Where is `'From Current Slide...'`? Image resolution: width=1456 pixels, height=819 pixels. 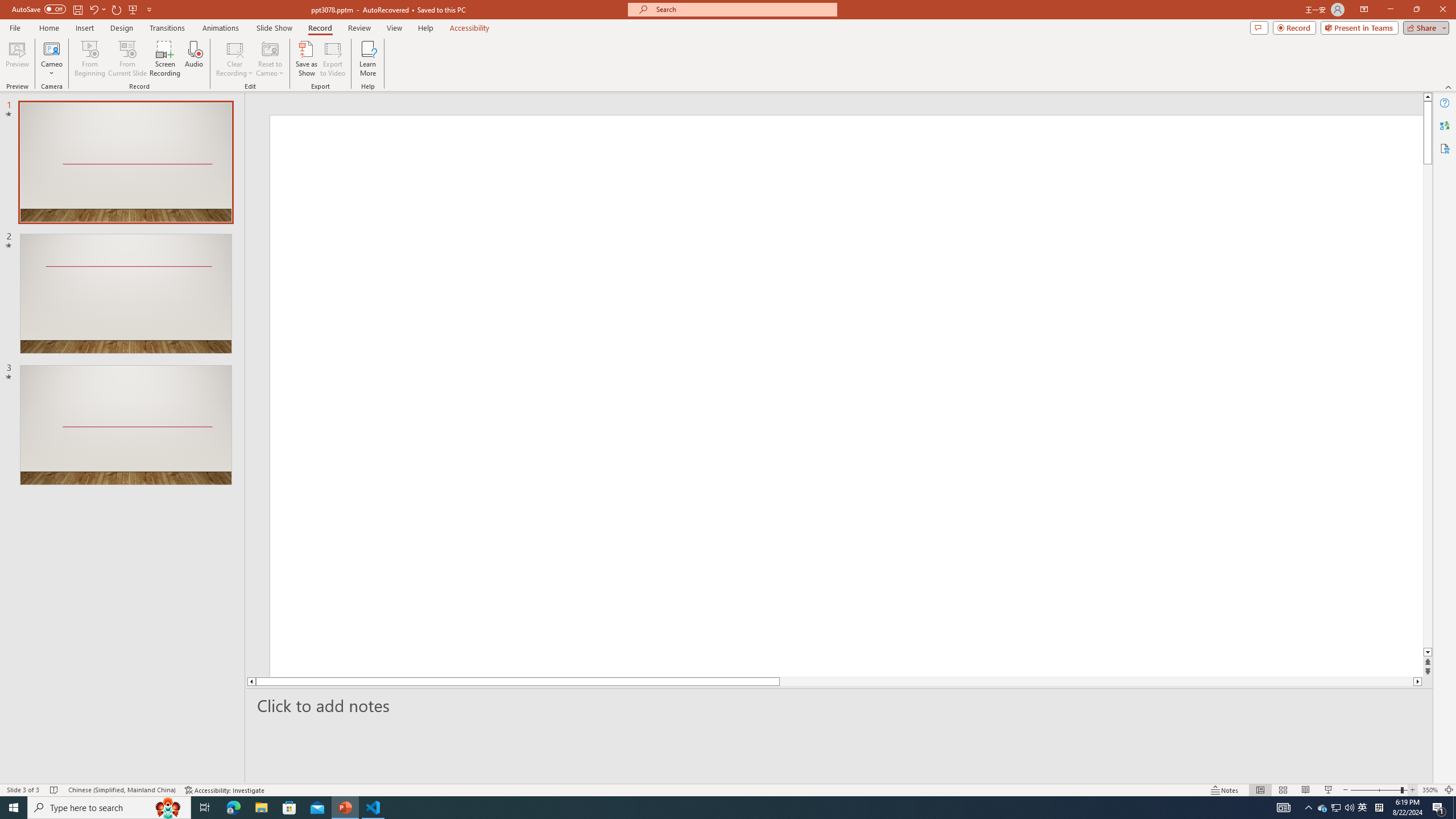
'From Current Slide...' is located at coordinates (127, 59).